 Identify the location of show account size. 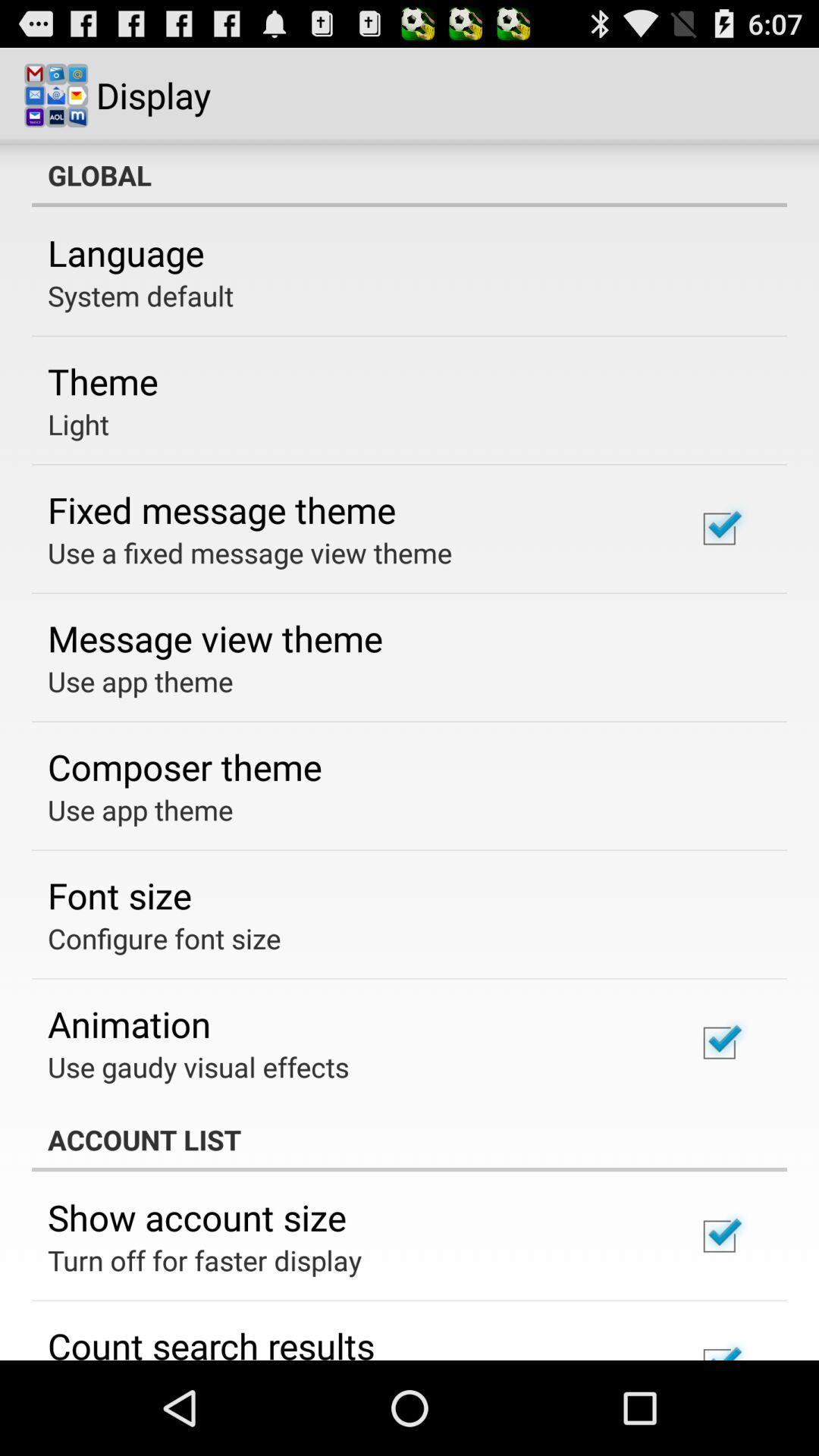
(196, 1217).